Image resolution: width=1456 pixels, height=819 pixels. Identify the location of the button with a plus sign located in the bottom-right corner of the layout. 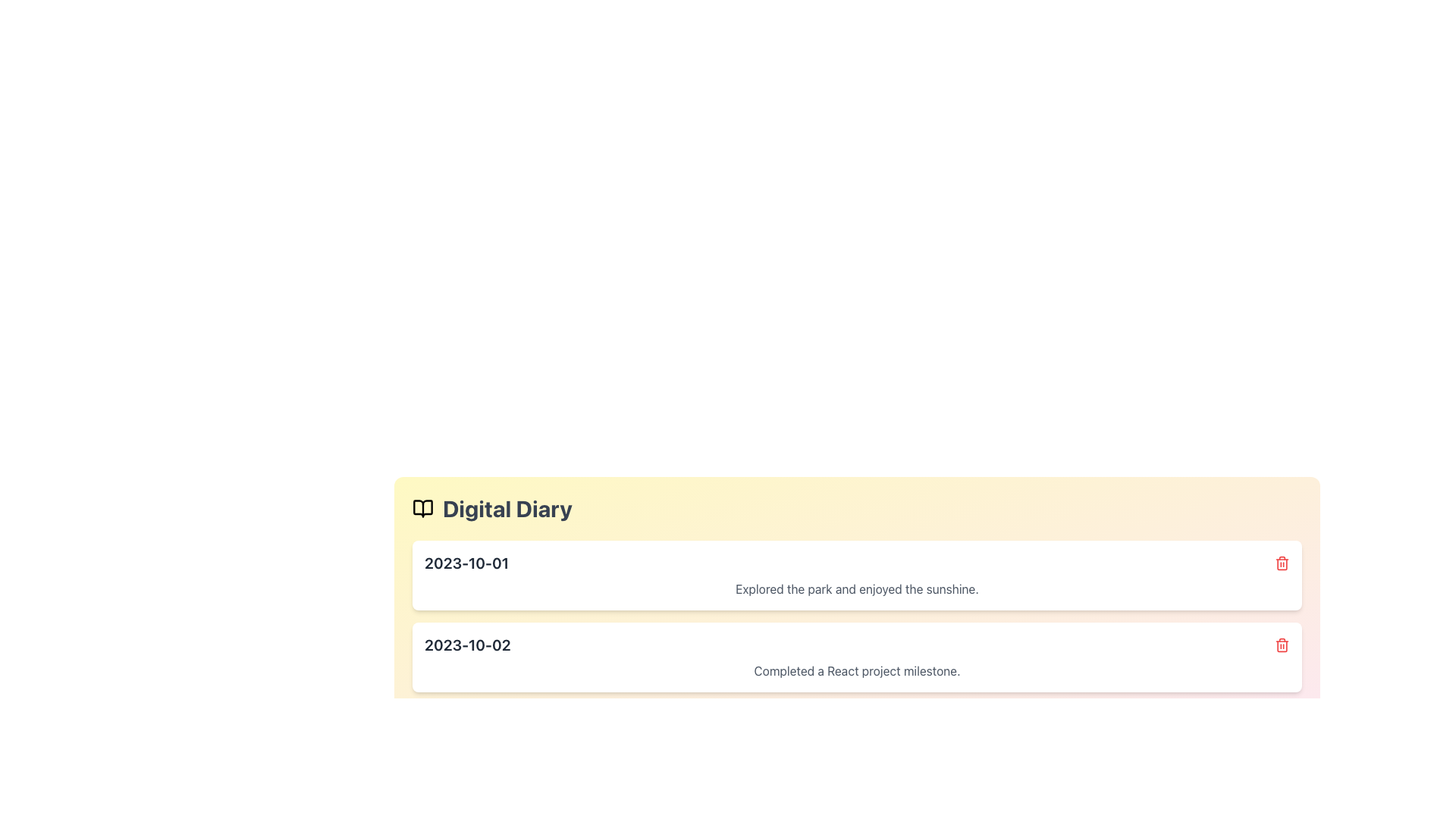
(1281, 719).